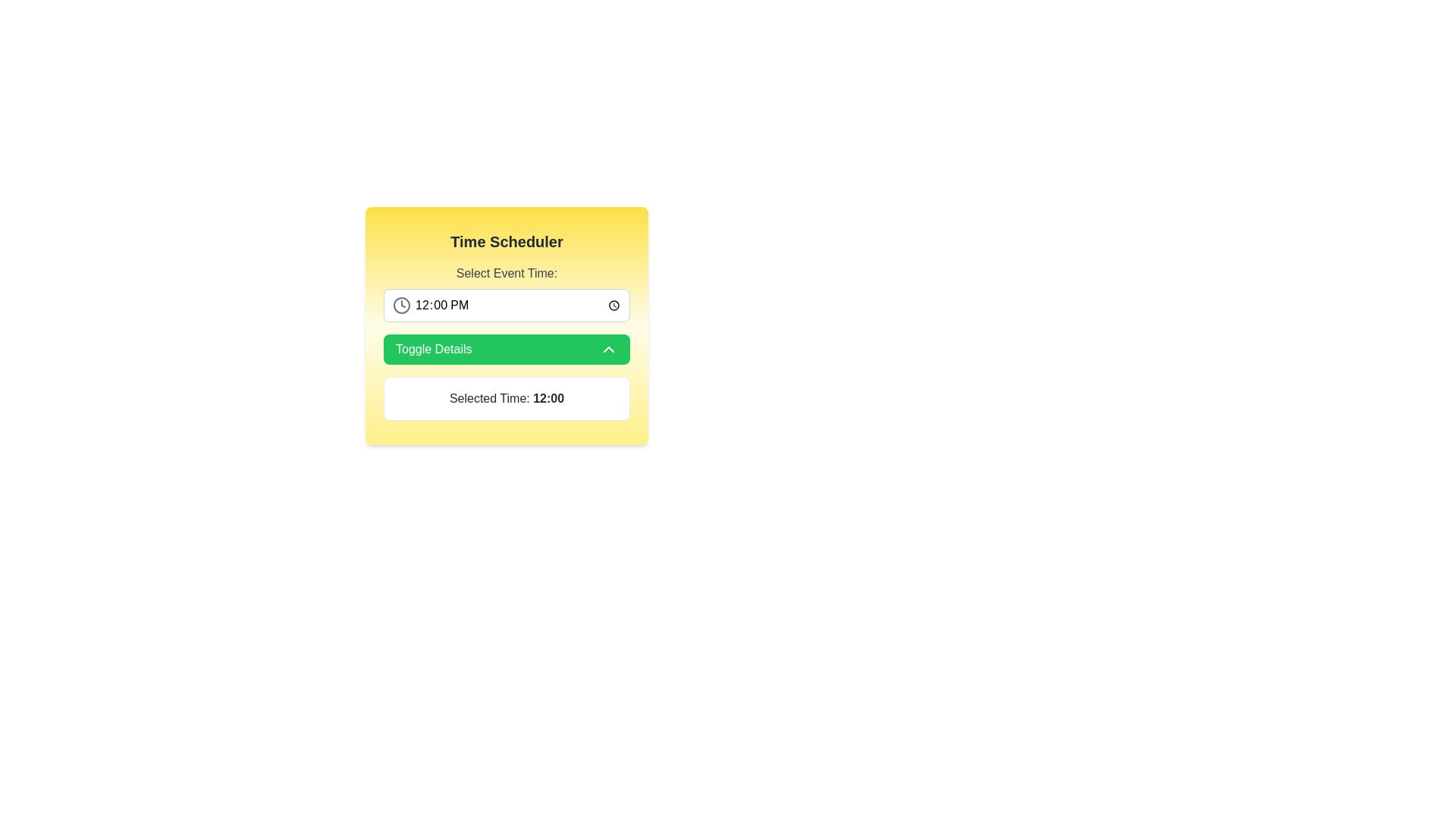 This screenshot has height=819, width=1456. What do you see at coordinates (507, 322) in the screenshot?
I see `a time in the time field of the 'Time Scheduler' card component, which displays '12:00 PM'` at bounding box center [507, 322].